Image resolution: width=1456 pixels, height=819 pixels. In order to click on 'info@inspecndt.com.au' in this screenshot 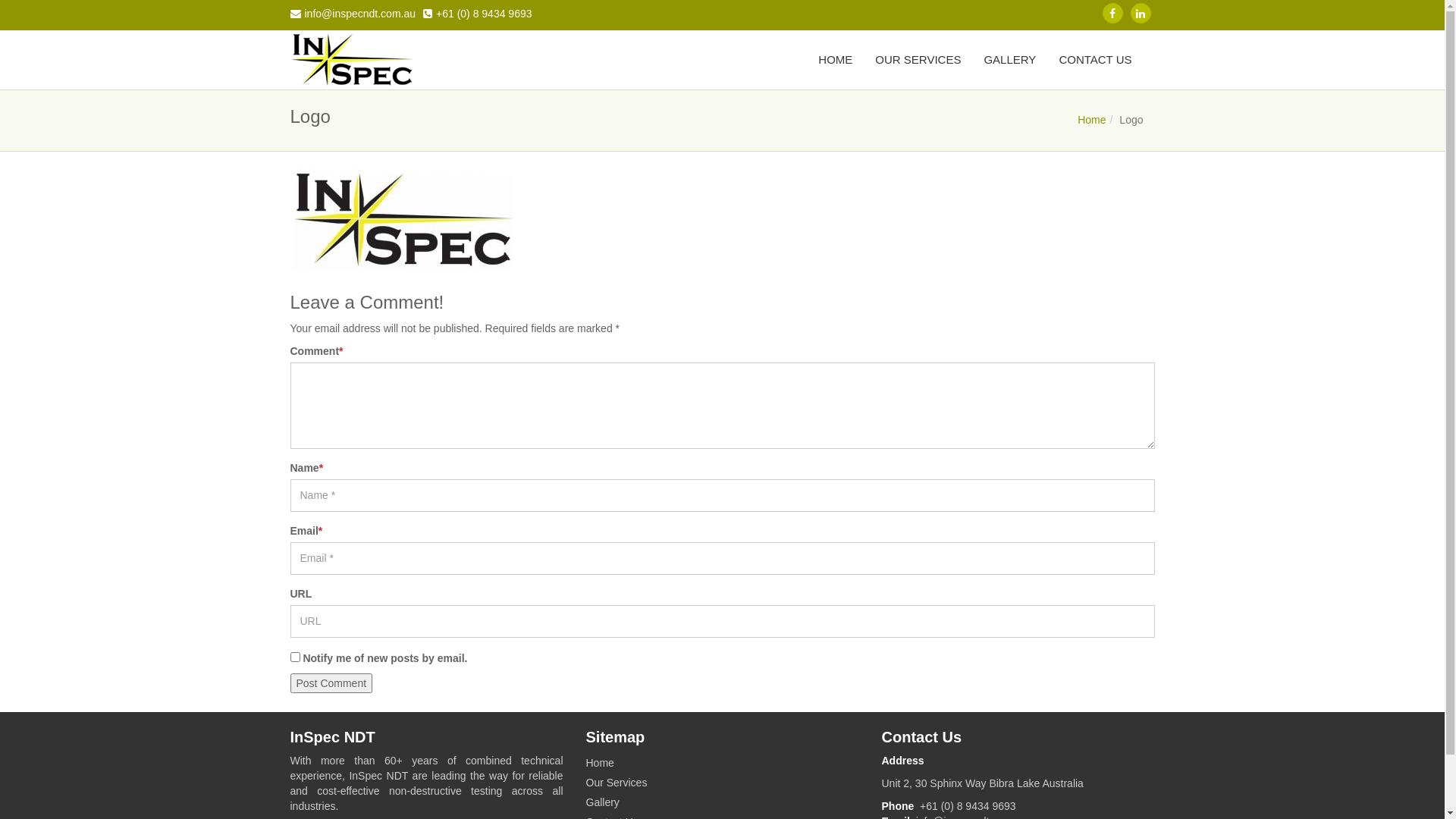, I will do `click(352, 11)`.